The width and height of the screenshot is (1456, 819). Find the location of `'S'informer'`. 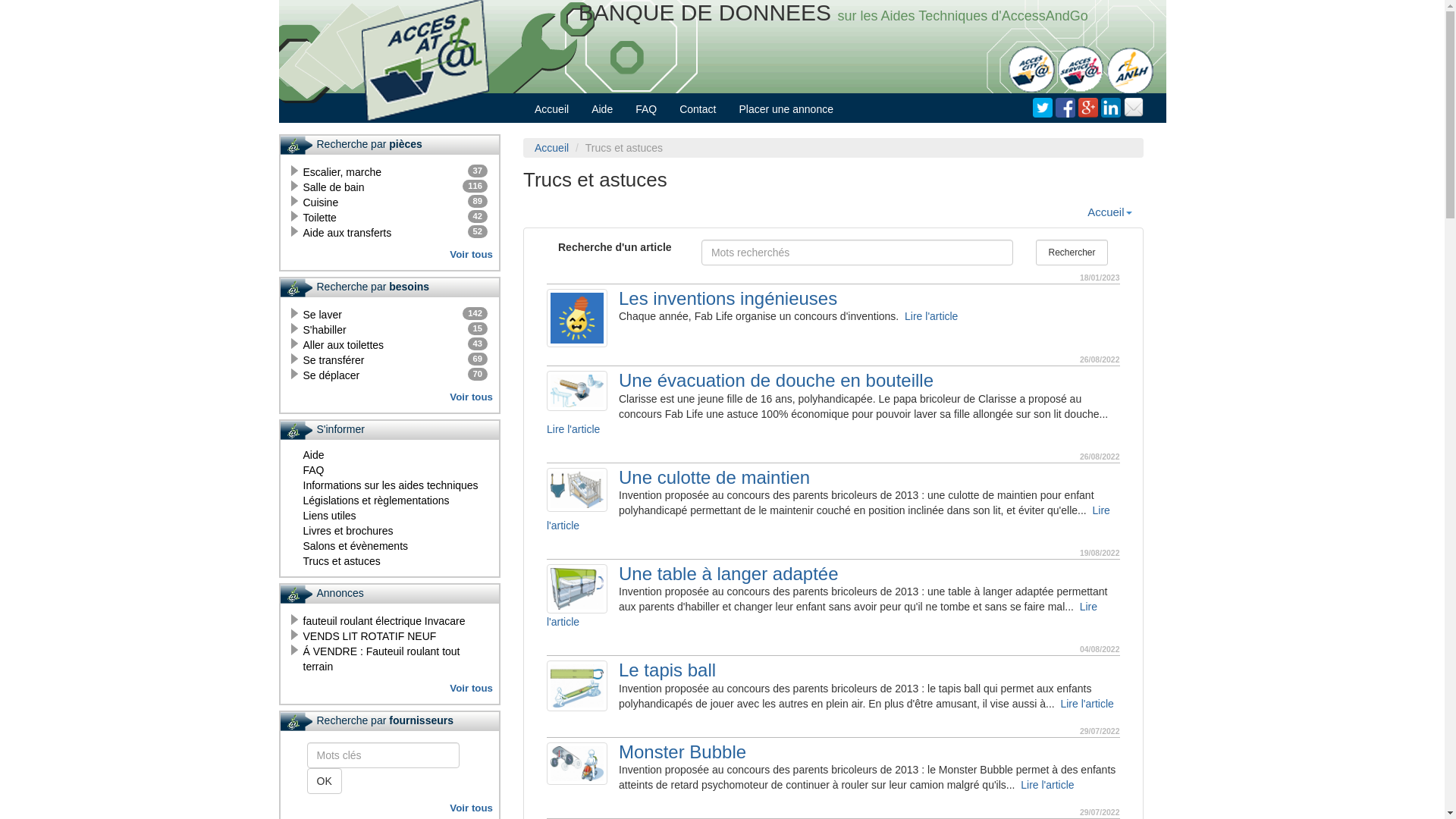

'S'informer' is located at coordinates (390, 430).